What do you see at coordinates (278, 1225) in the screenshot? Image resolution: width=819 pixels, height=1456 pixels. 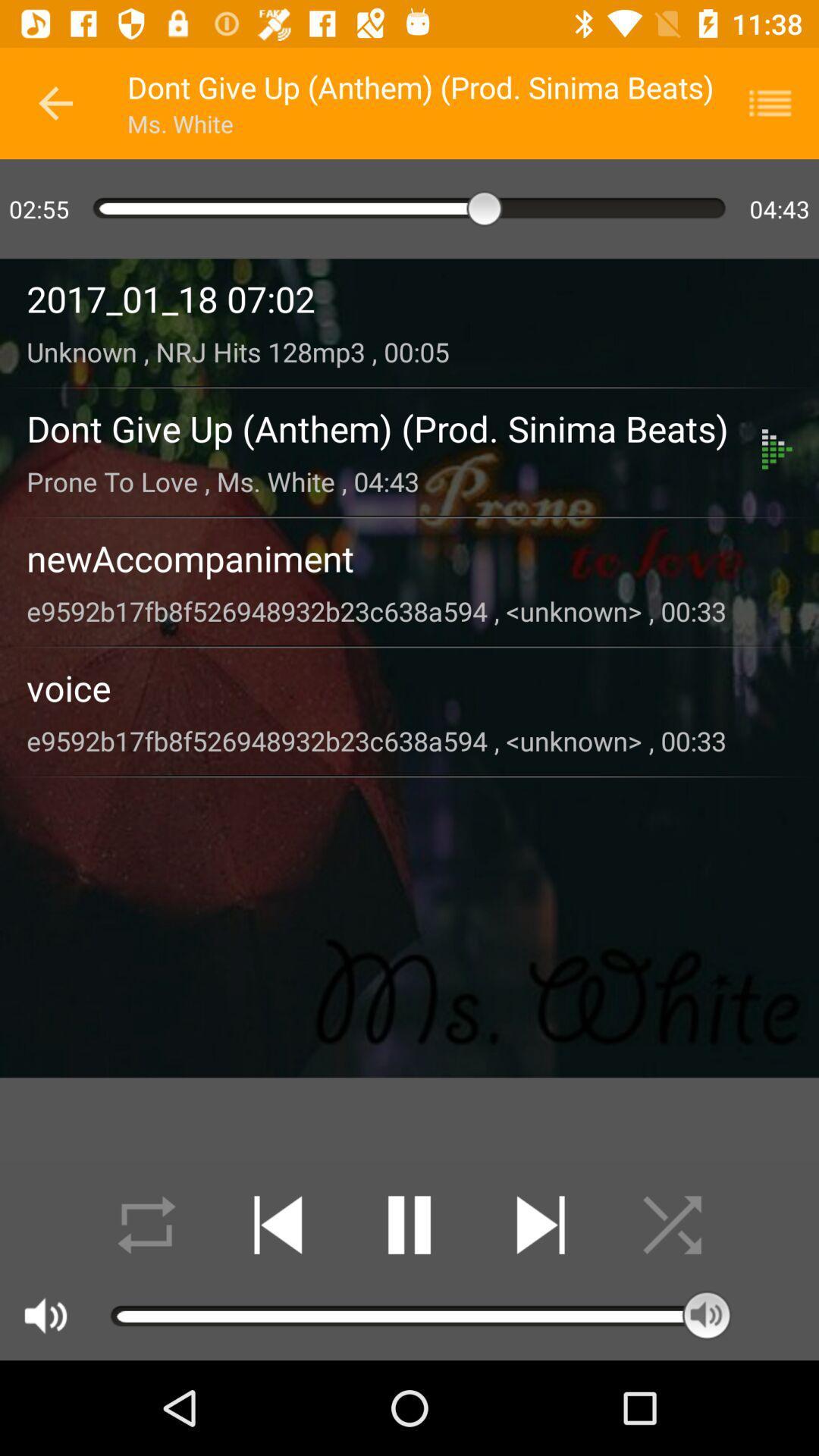 I see `last song` at bounding box center [278, 1225].